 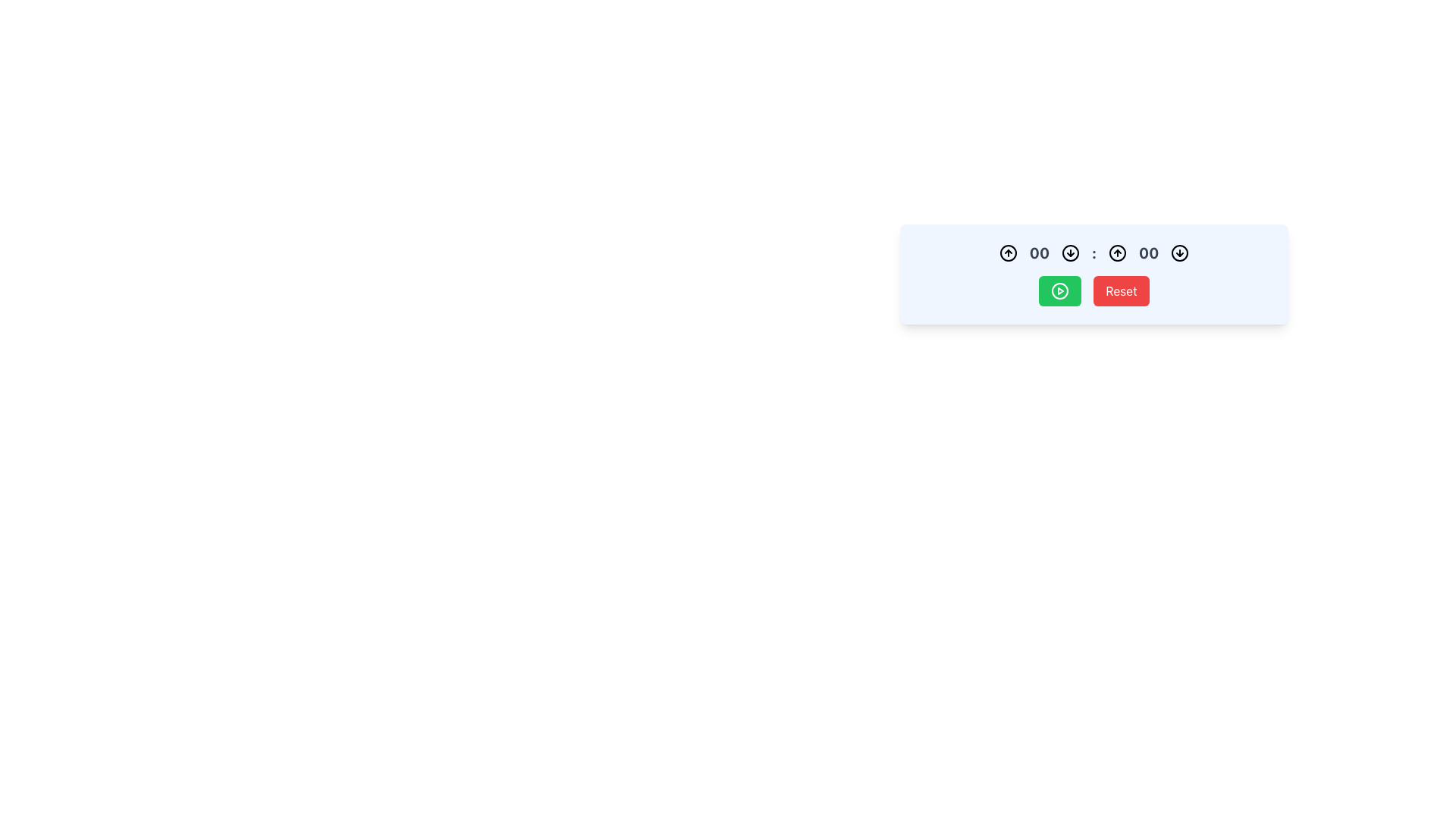 What do you see at coordinates (1094, 275) in the screenshot?
I see `the red rectangular 'Reset' button with white text in the control panel to reset settings or values` at bounding box center [1094, 275].